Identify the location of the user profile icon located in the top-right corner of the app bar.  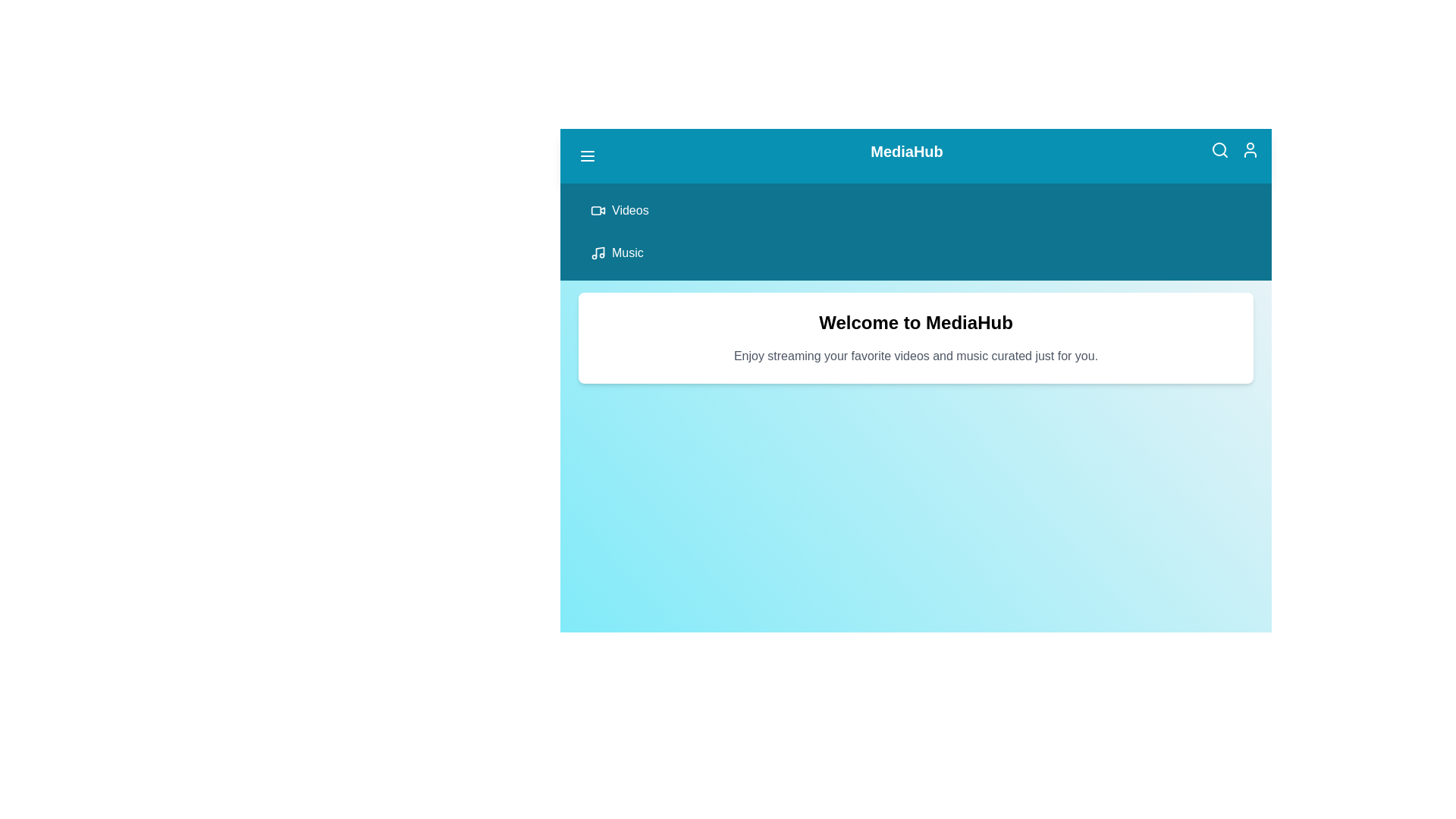
(1250, 149).